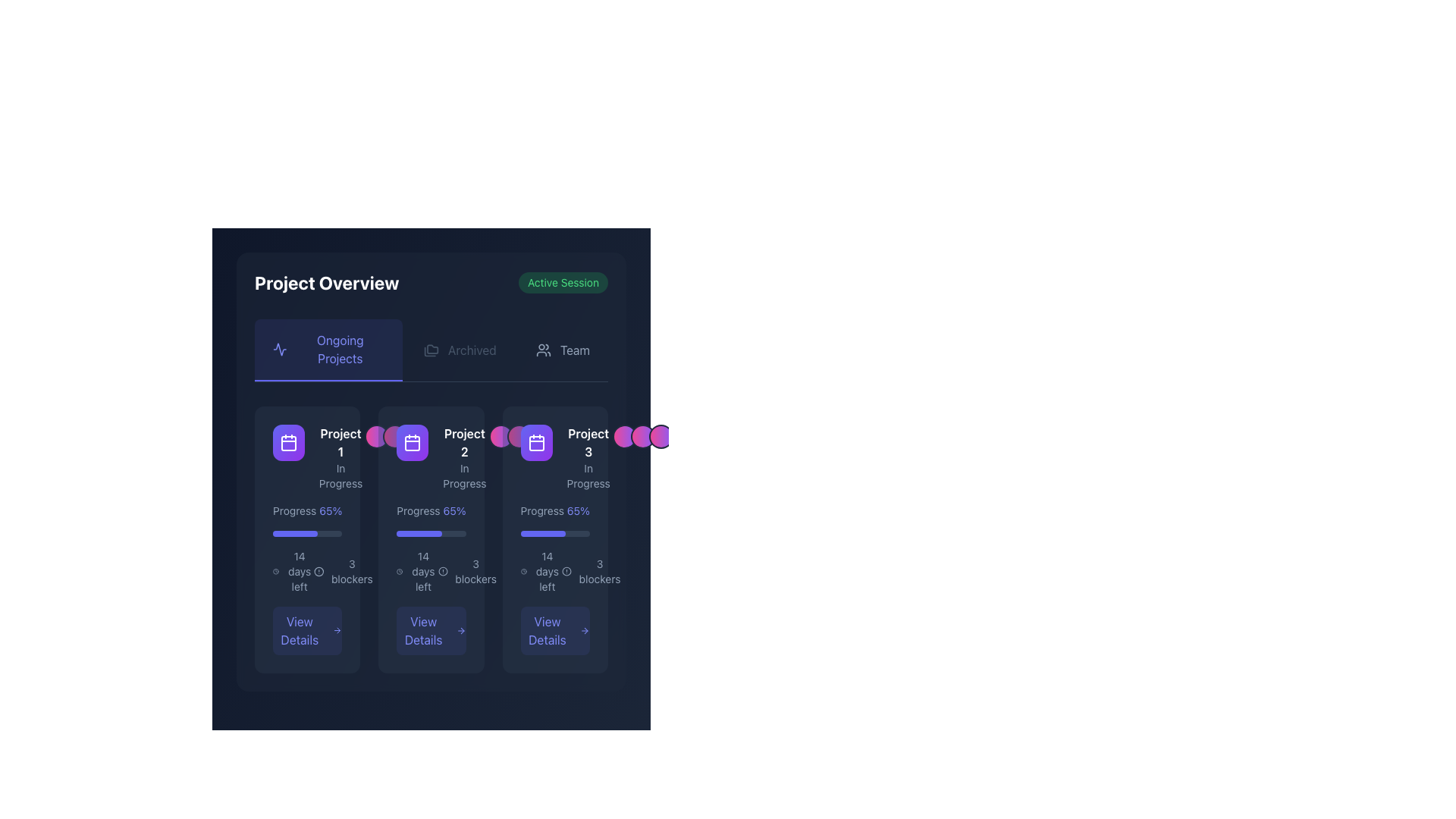 Image resolution: width=1456 pixels, height=819 pixels. I want to click on the button located in the bottom section of the third panel, beneath the progress text ('Progress 65%') and project information ('14 days left', '3 blockers') for keyboard navigation, so click(554, 631).